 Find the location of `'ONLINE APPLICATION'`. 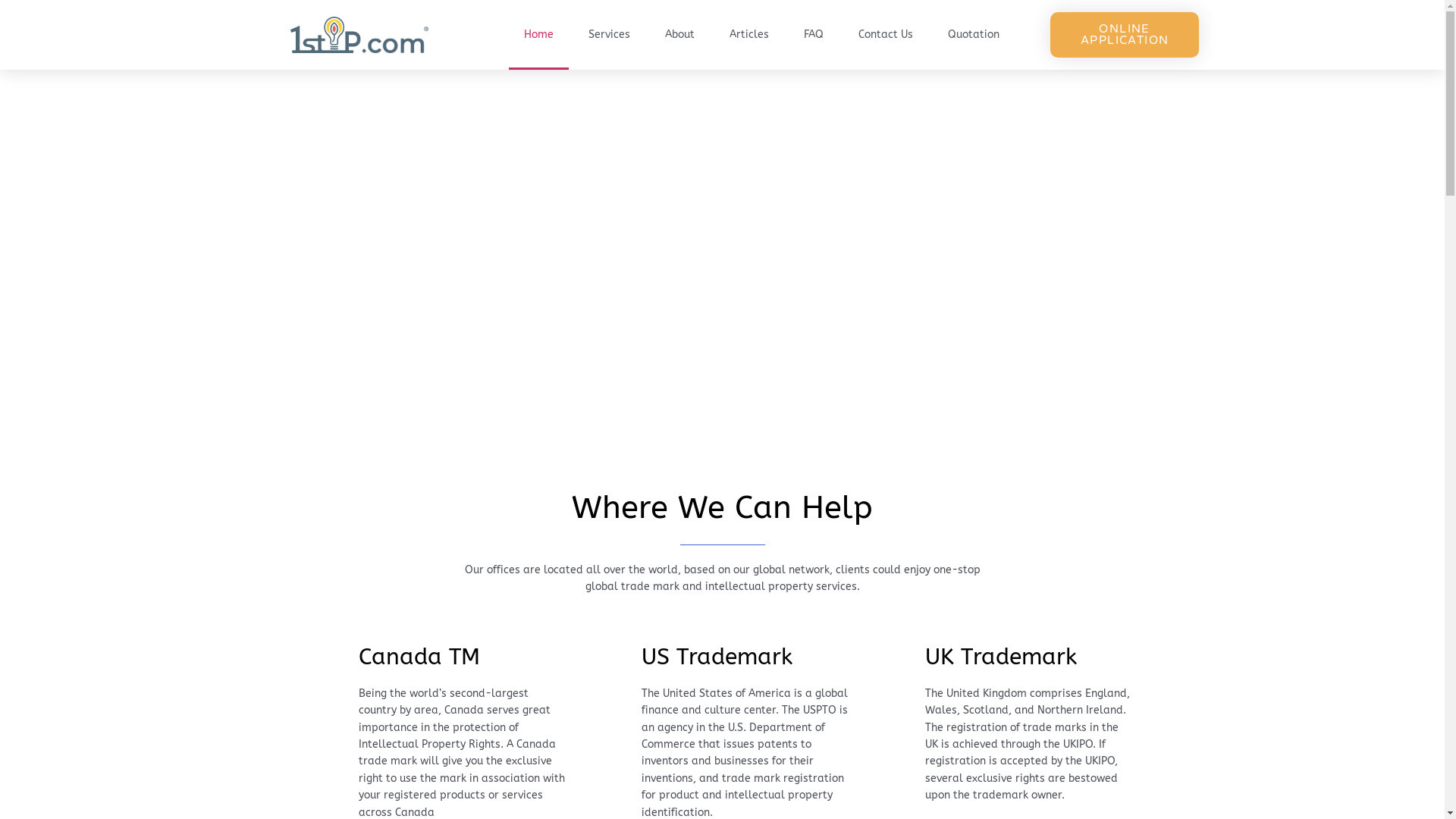

'ONLINE APPLICATION' is located at coordinates (1125, 34).